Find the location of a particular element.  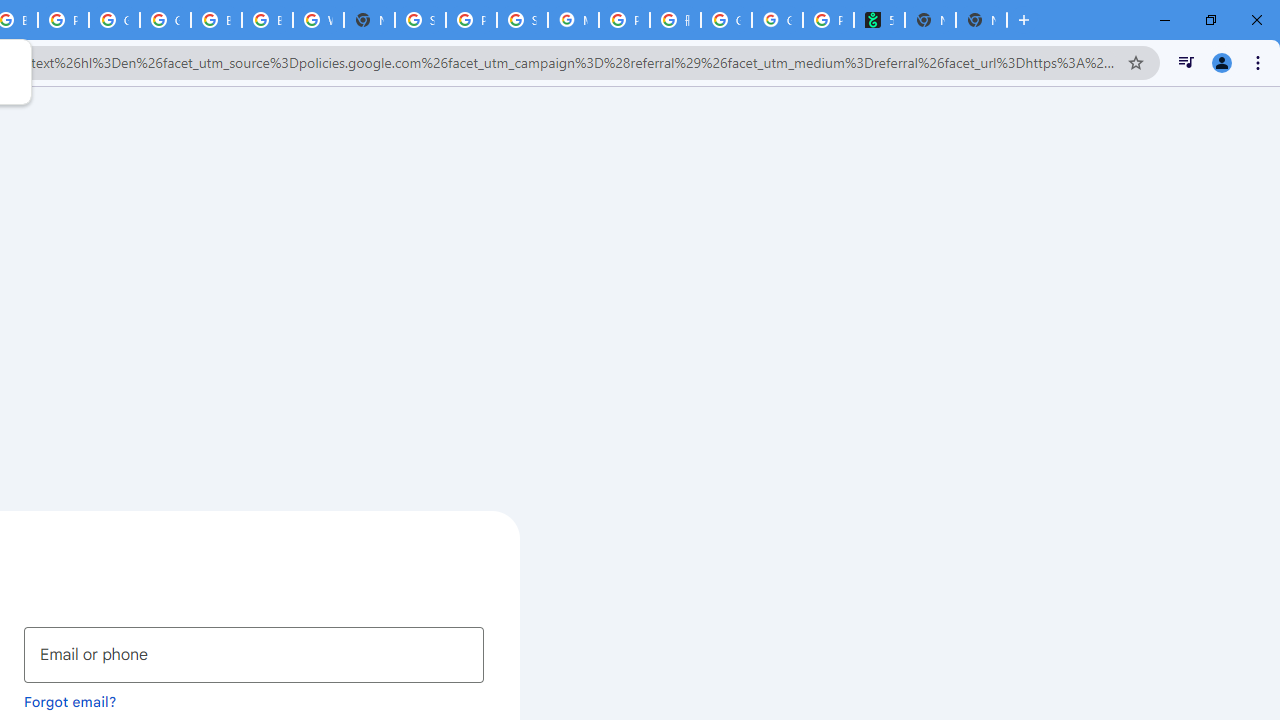

'Browse Chrome as a guest - Computer - Google Chrome Help' is located at coordinates (216, 20).